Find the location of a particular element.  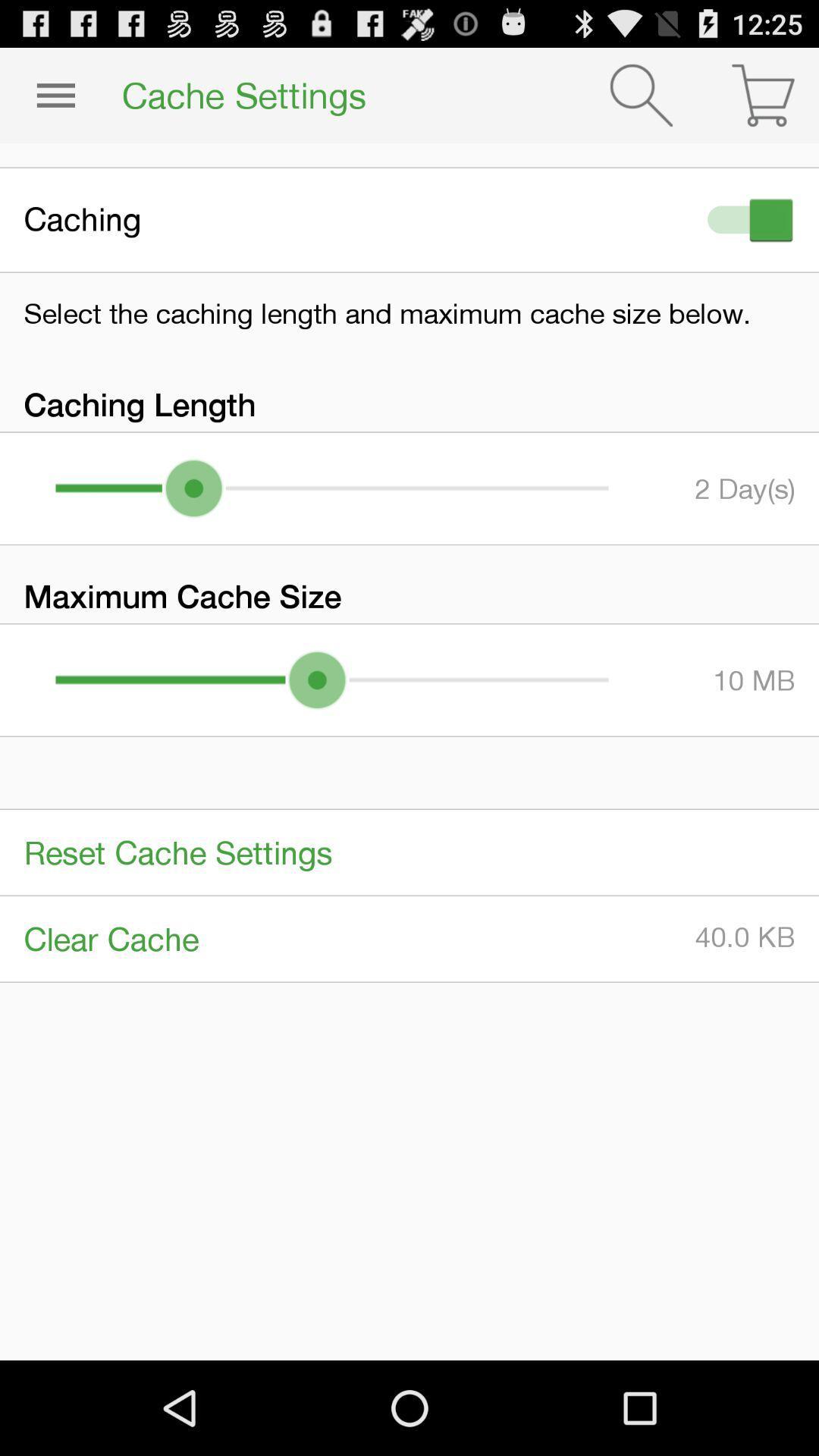

the item to the right of caching item is located at coordinates (746, 219).